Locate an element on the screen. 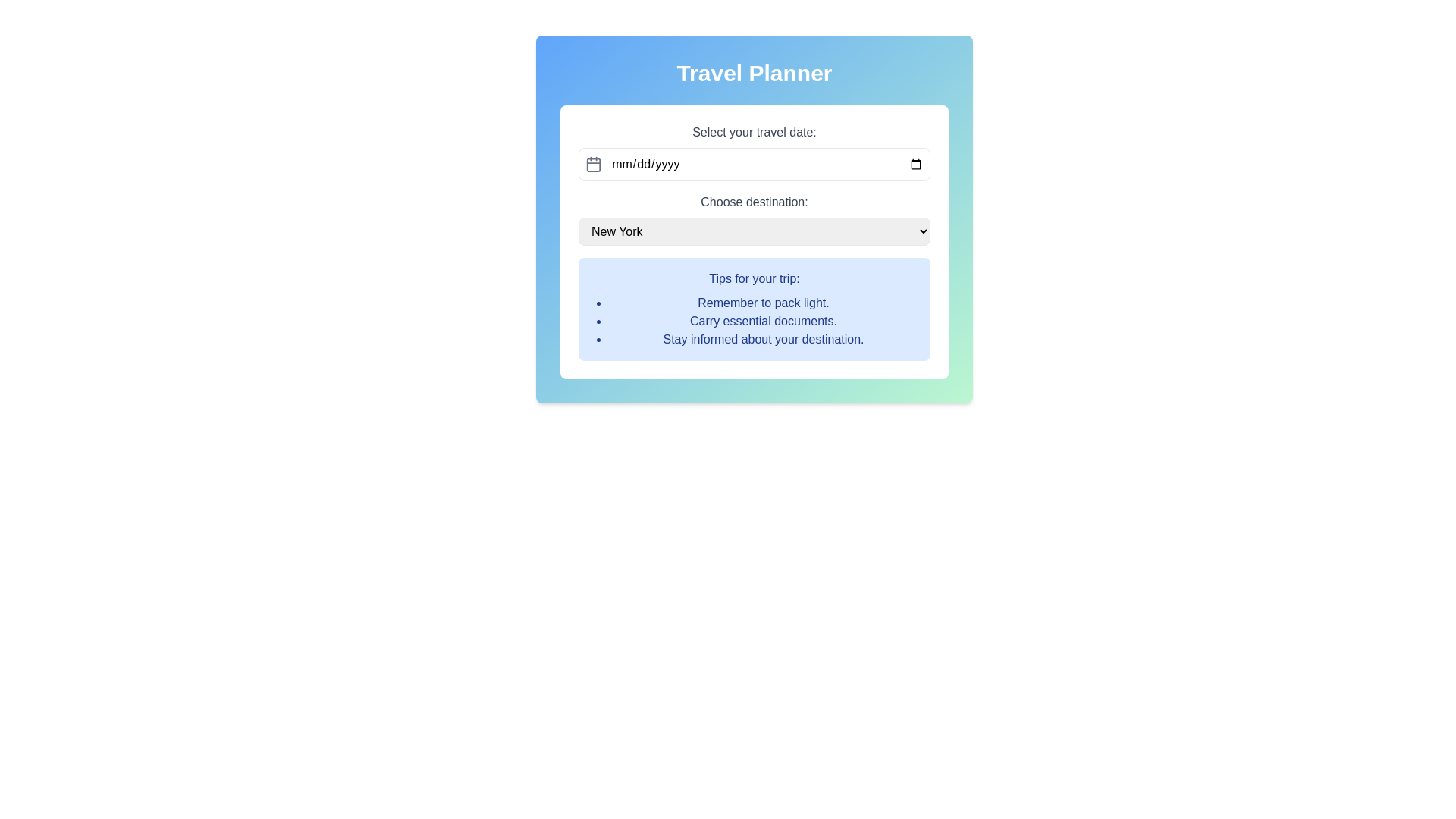 The width and height of the screenshot is (1456, 819). tips provided in the bulleted list under the section titled 'Tips for your trip:' is located at coordinates (764, 321).